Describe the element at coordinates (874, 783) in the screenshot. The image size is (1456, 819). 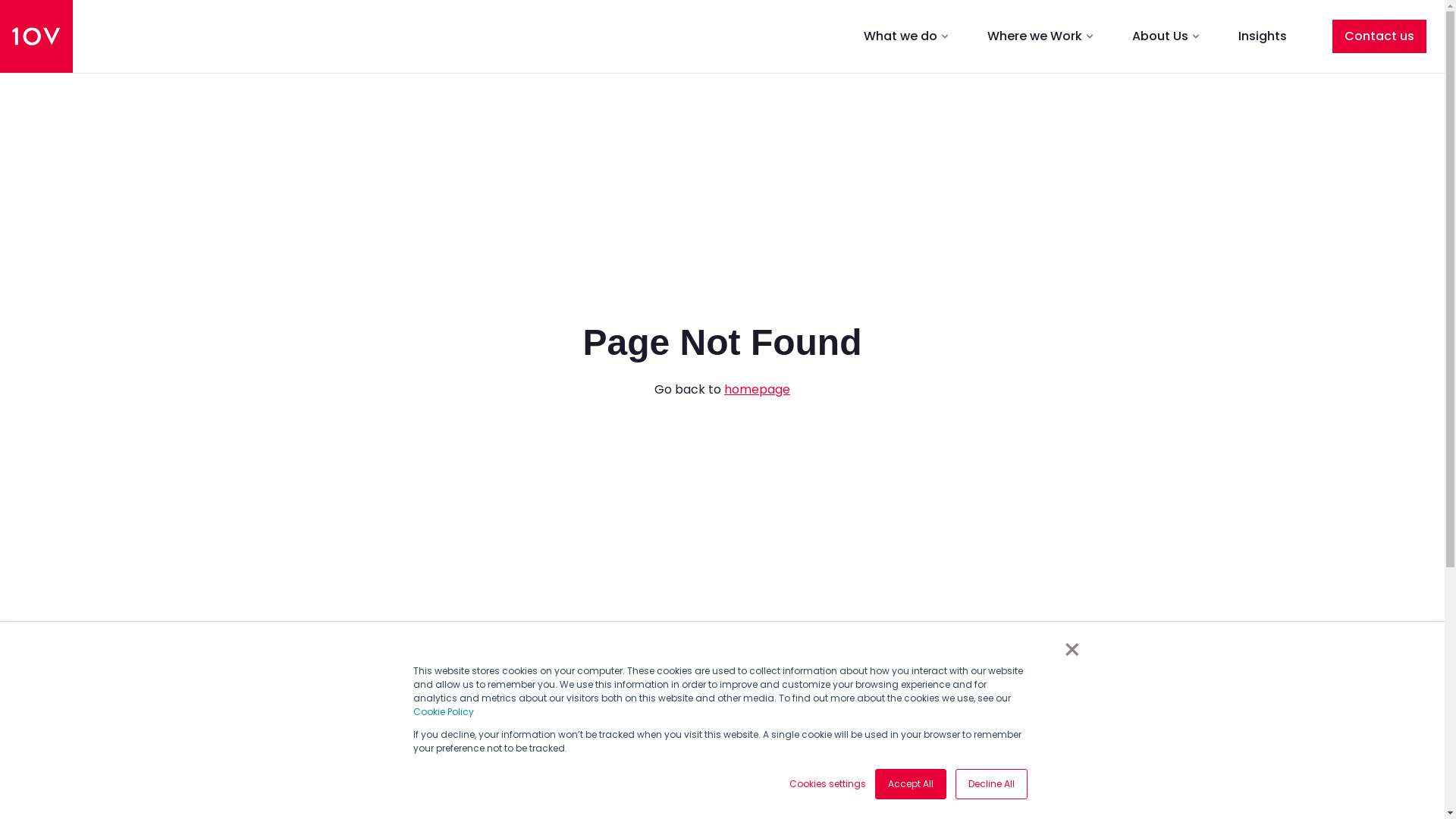
I see `'Accept All'` at that location.